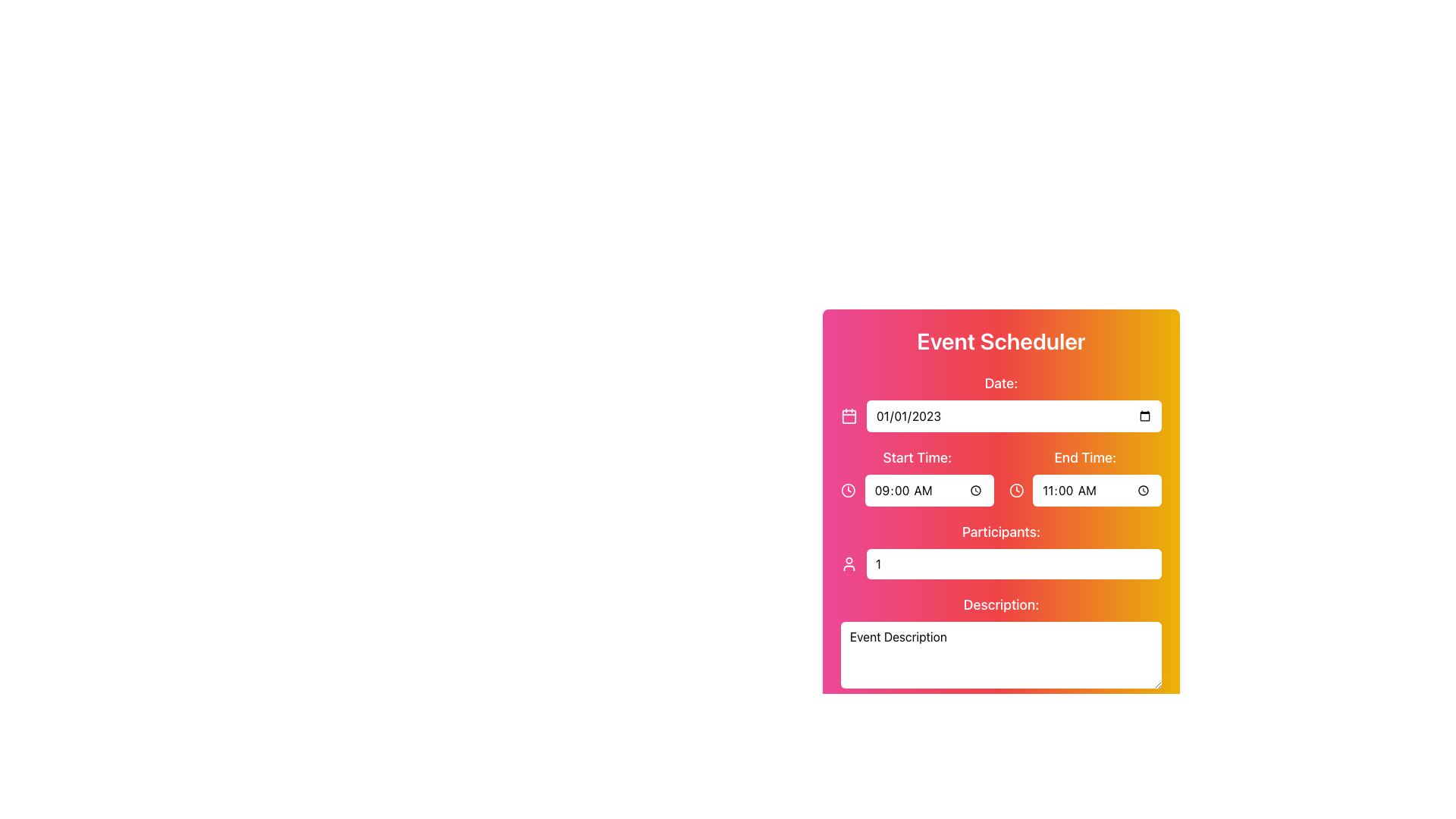  What do you see at coordinates (1014, 416) in the screenshot?
I see `the date input field, which has a rounded rectangular appearance and displays '01/01/2023', to focus on it` at bounding box center [1014, 416].